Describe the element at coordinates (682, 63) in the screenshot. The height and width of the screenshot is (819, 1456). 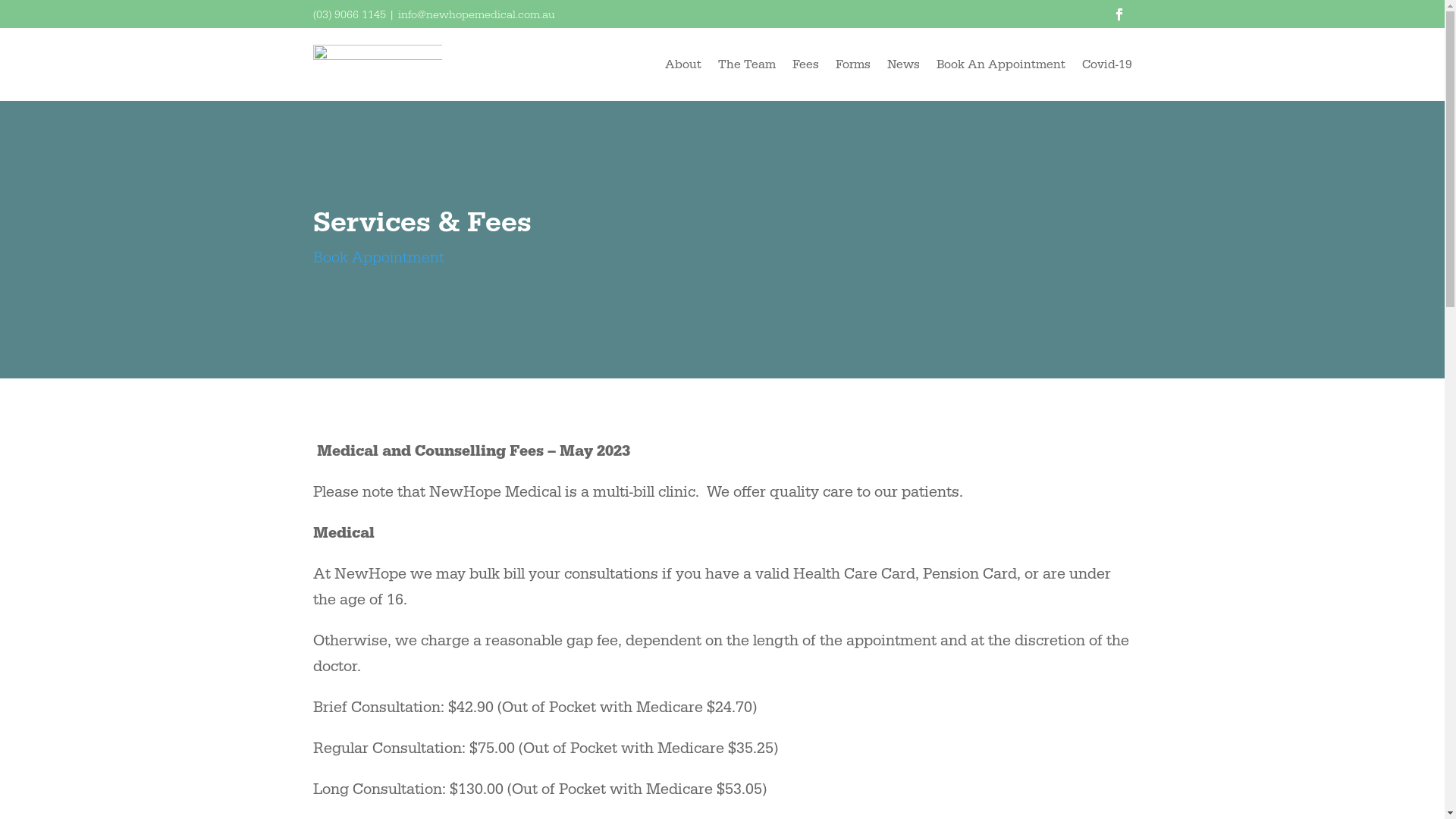
I see `'About'` at that location.